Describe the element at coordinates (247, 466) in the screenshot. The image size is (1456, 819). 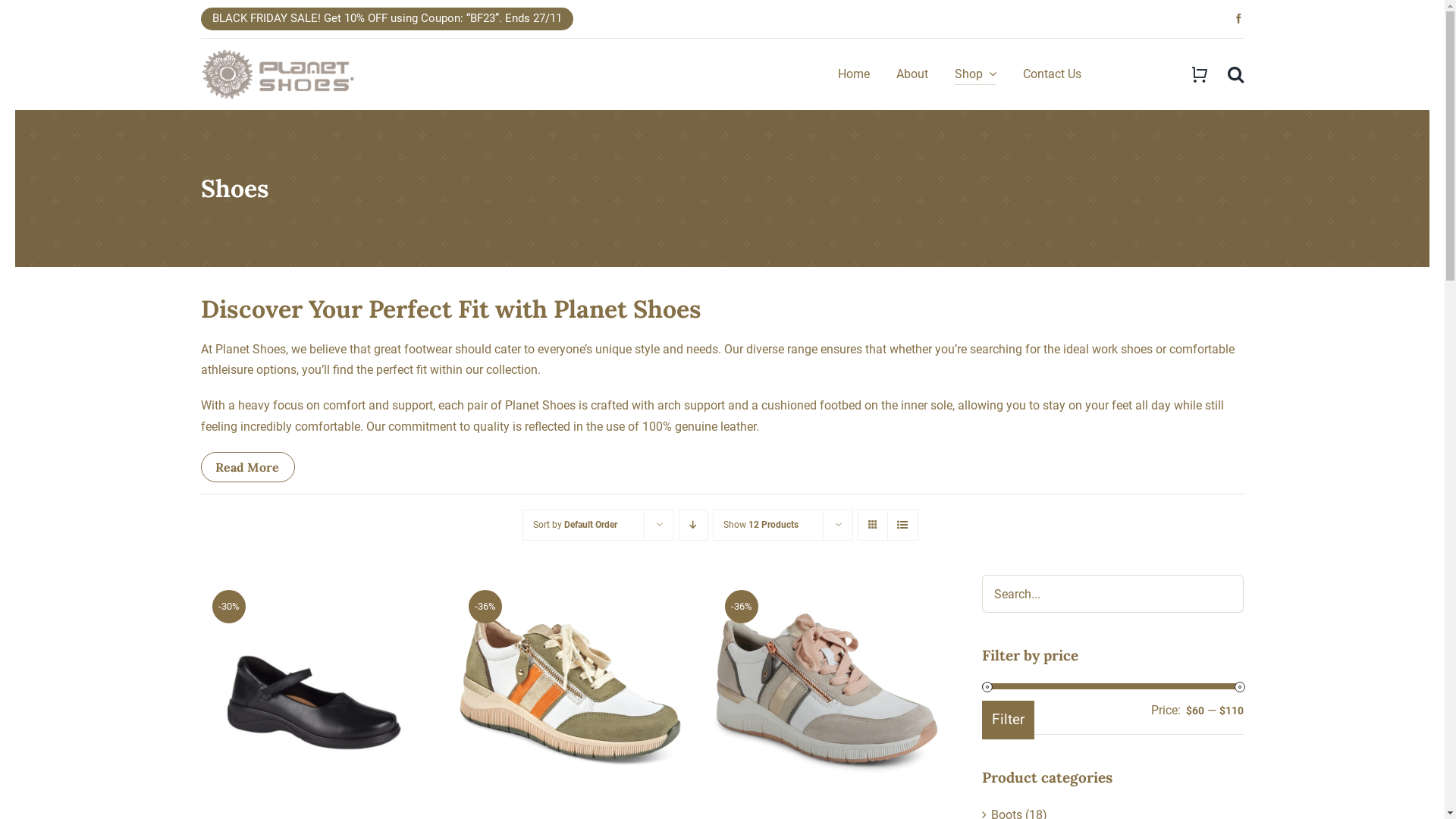
I see `'Read More'` at that location.